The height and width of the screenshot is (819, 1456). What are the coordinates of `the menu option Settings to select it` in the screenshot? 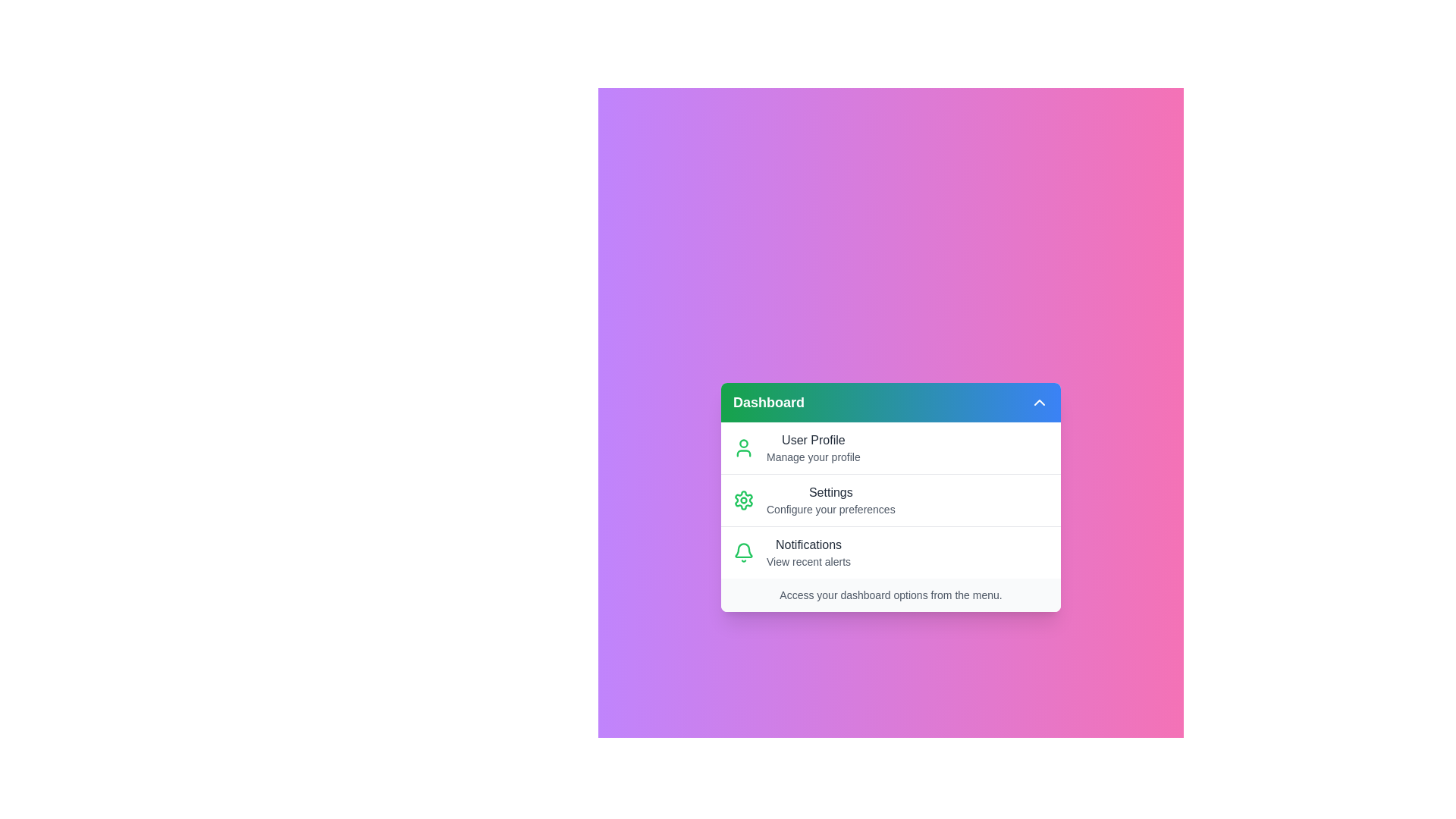 It's located at (891, 500).